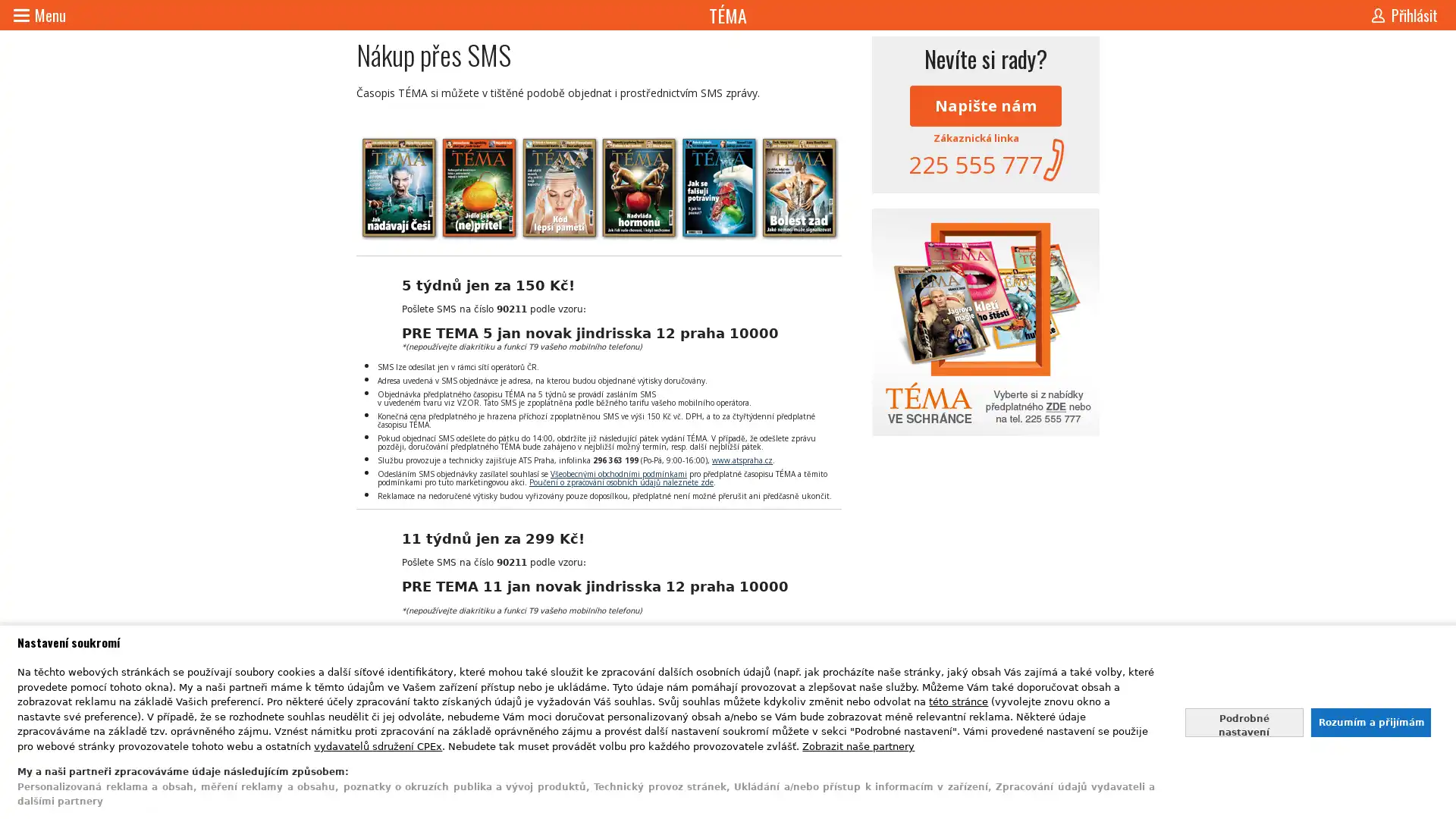 Image resolution: width=1456 pixels, height=819 pixels. What do you see at coordinates (1244, 721) in the screenshot?
I see `Nastavte sve souhlasy` at bounding box center [1244, 721].